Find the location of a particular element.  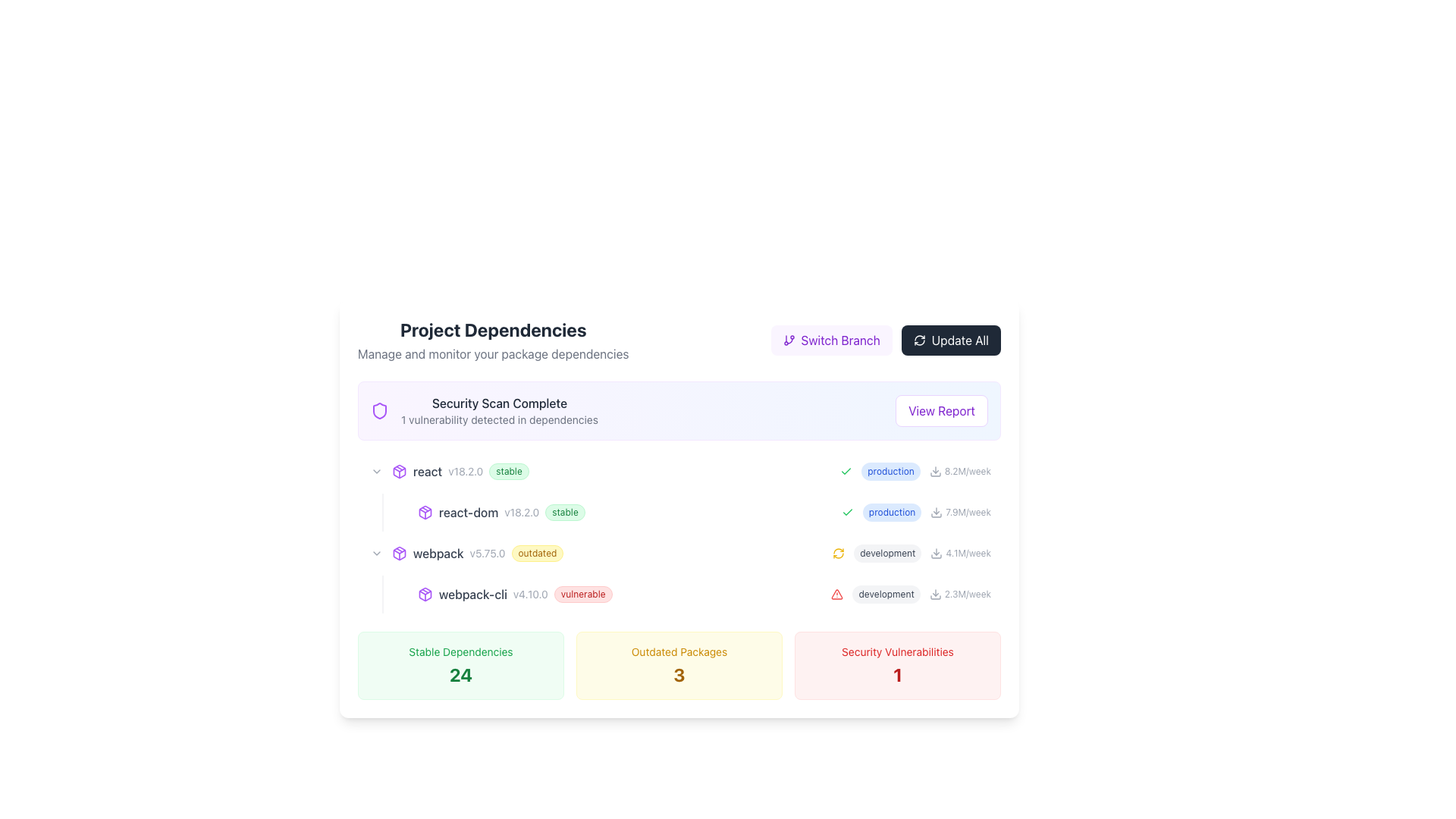

the purple shield icon with a circular design, located under the 'Security Scan Complete' heading is located at coordinates (379, 411).